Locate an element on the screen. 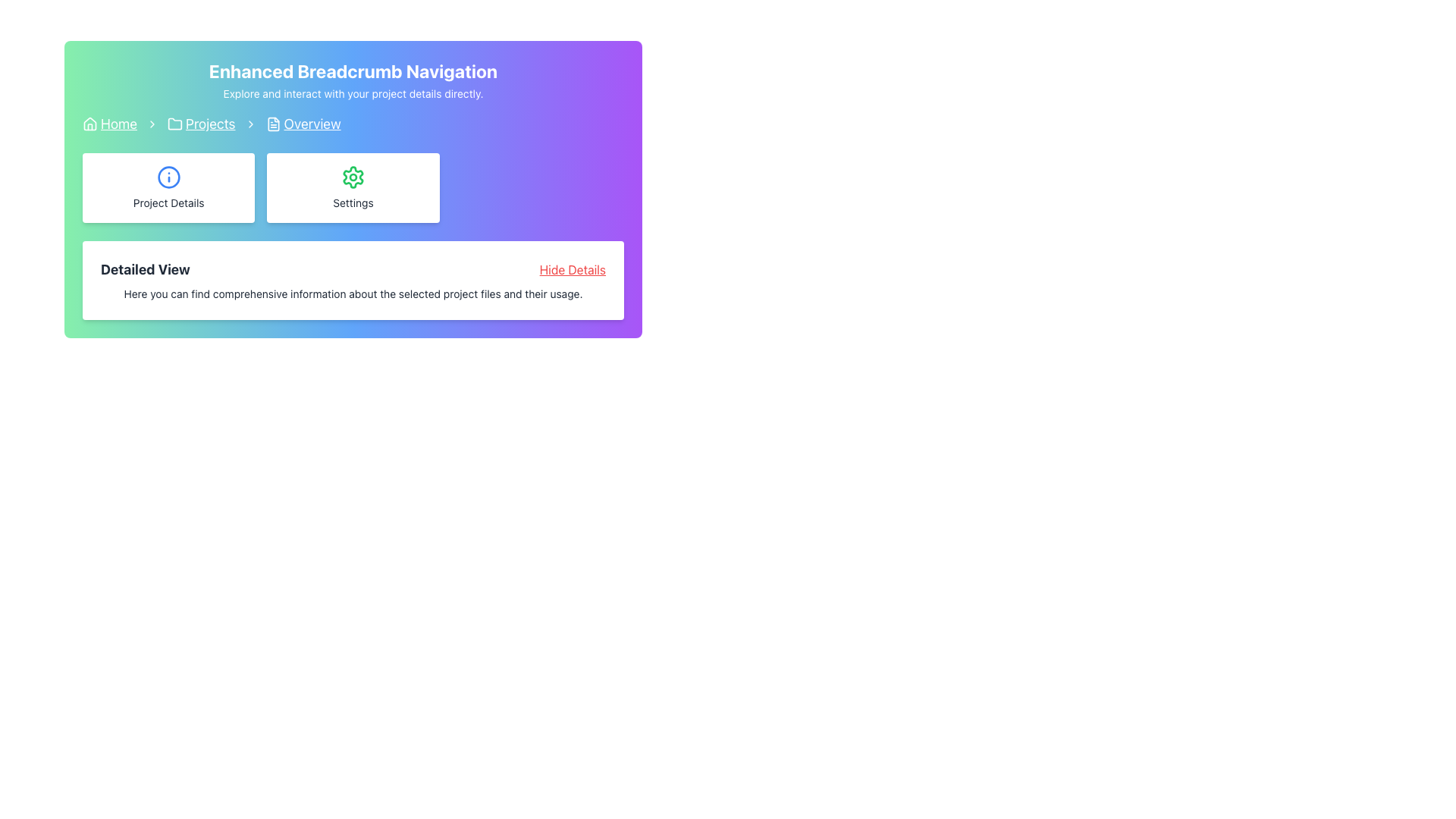 The height and width of the screenshot is (819, 1456). the gear icon located in the upper section of the interface, slightly to the right of the center of a green-to-purple gradient background is located at coordinates (352, 177).